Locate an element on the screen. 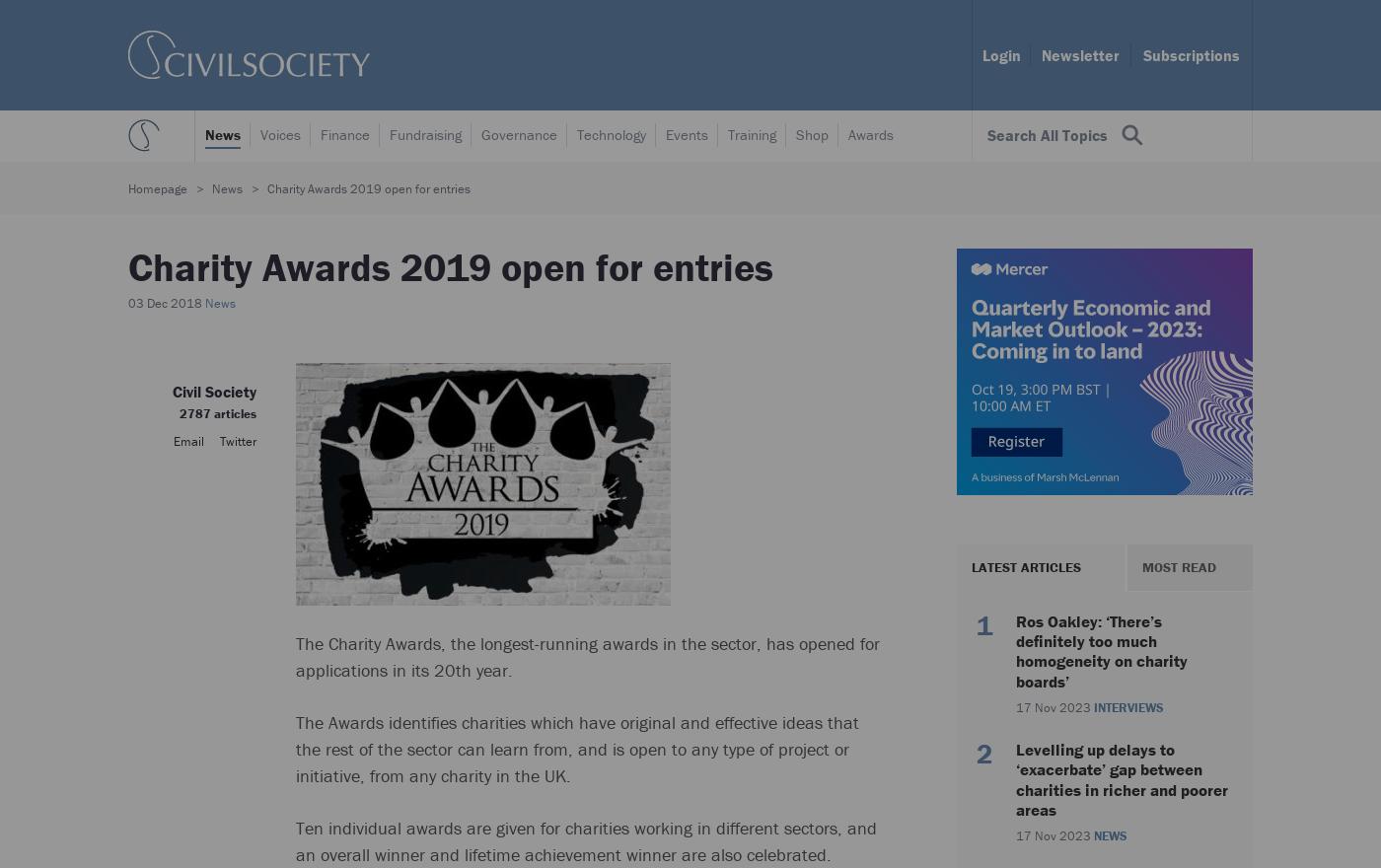 The width and height of the screenshot is (1381, 868). 'Newsletter' is located at coordinates (1079, 54).